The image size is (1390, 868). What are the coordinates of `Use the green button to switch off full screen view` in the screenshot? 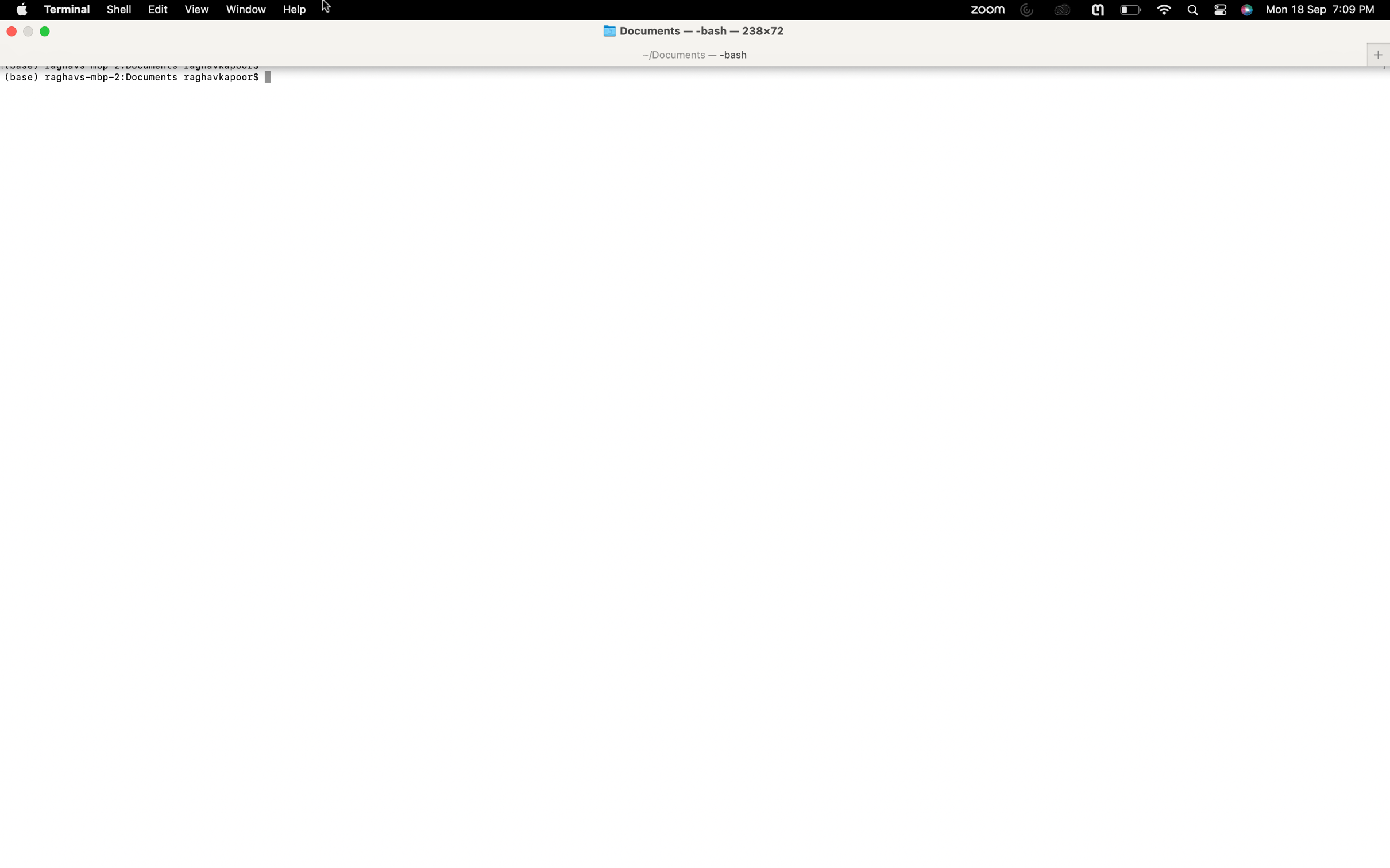 It's located at (44, 31).